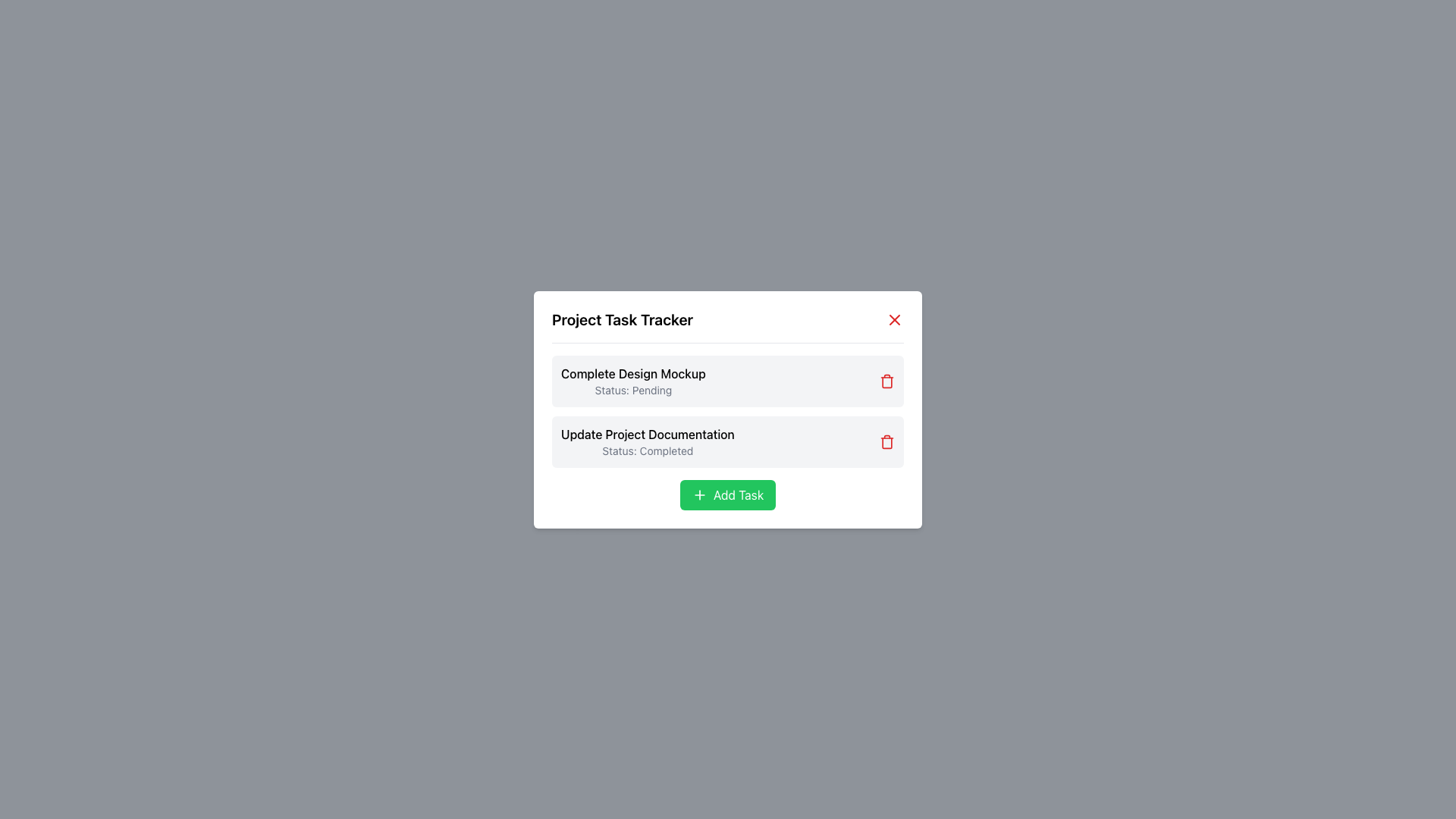 This screenshot has width=1456, height=819. Describe the element at coordinates (887, 380) in the screenshot. I see `the trash bin icon button located at the top-right corner of the 'Complete Design Mockup' task card` at that location.